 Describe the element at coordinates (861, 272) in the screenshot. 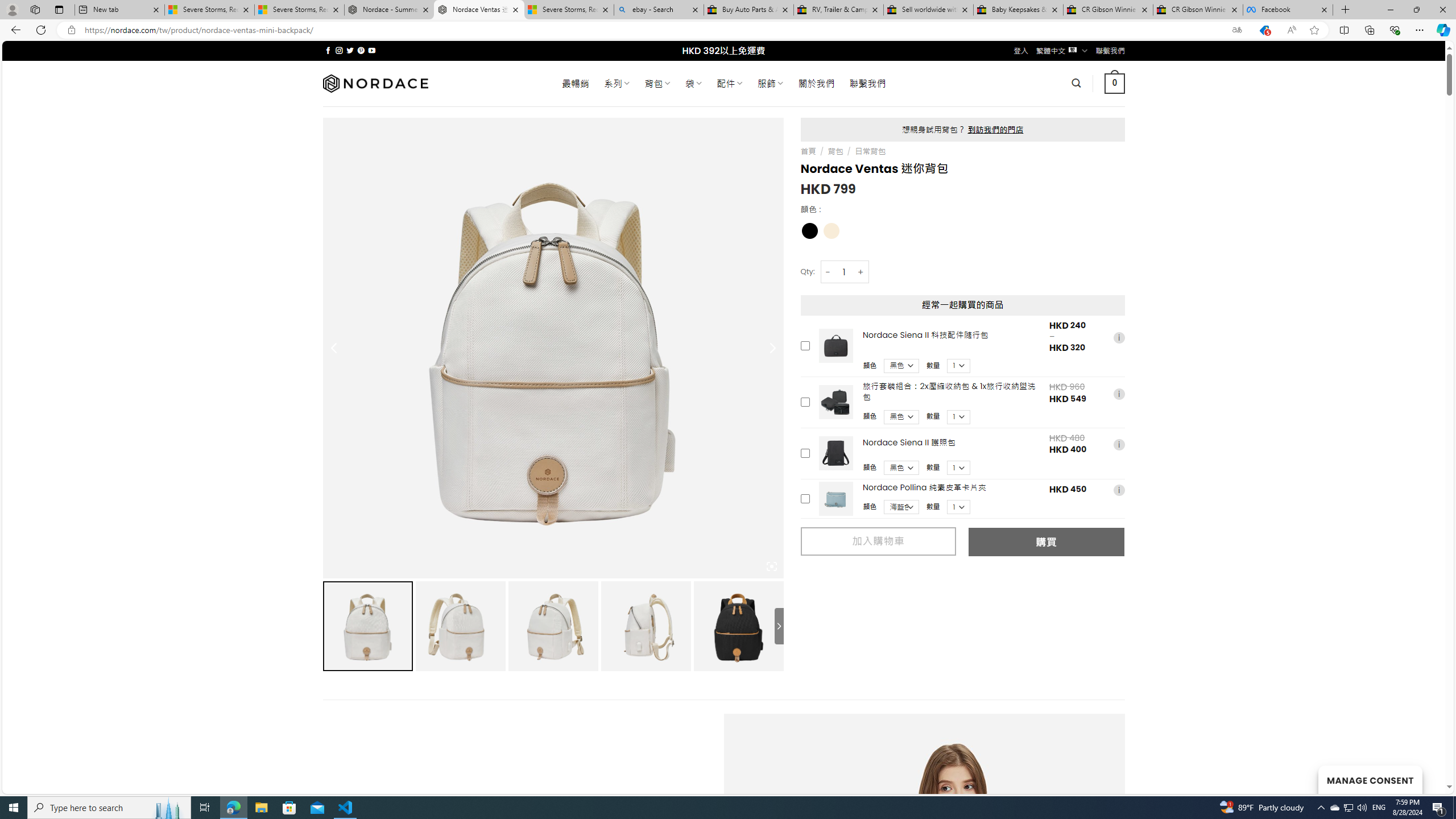

I see `'+'` at that location.